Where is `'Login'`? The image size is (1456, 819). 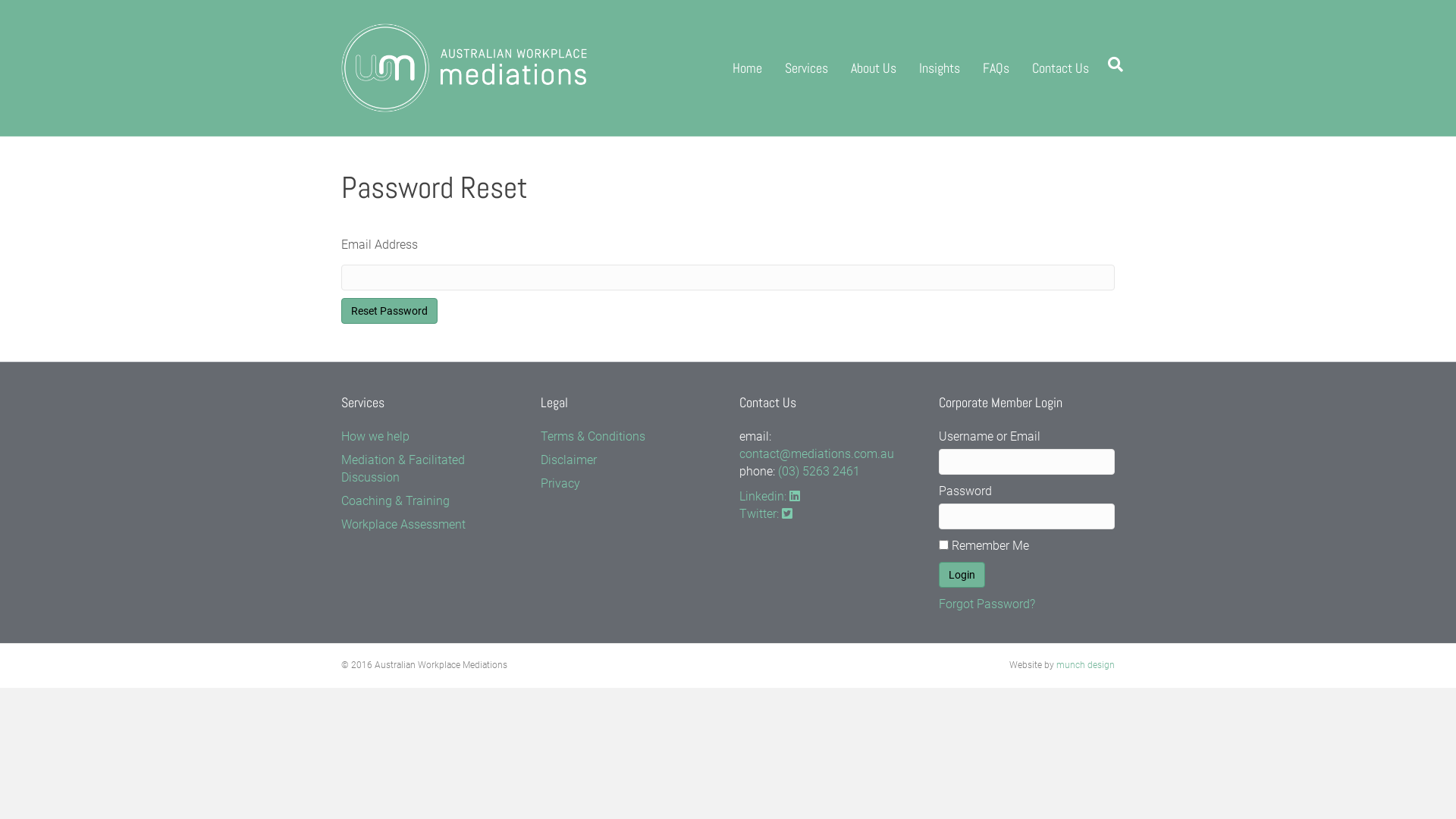
'Login' is located at coordinates (961, 575).